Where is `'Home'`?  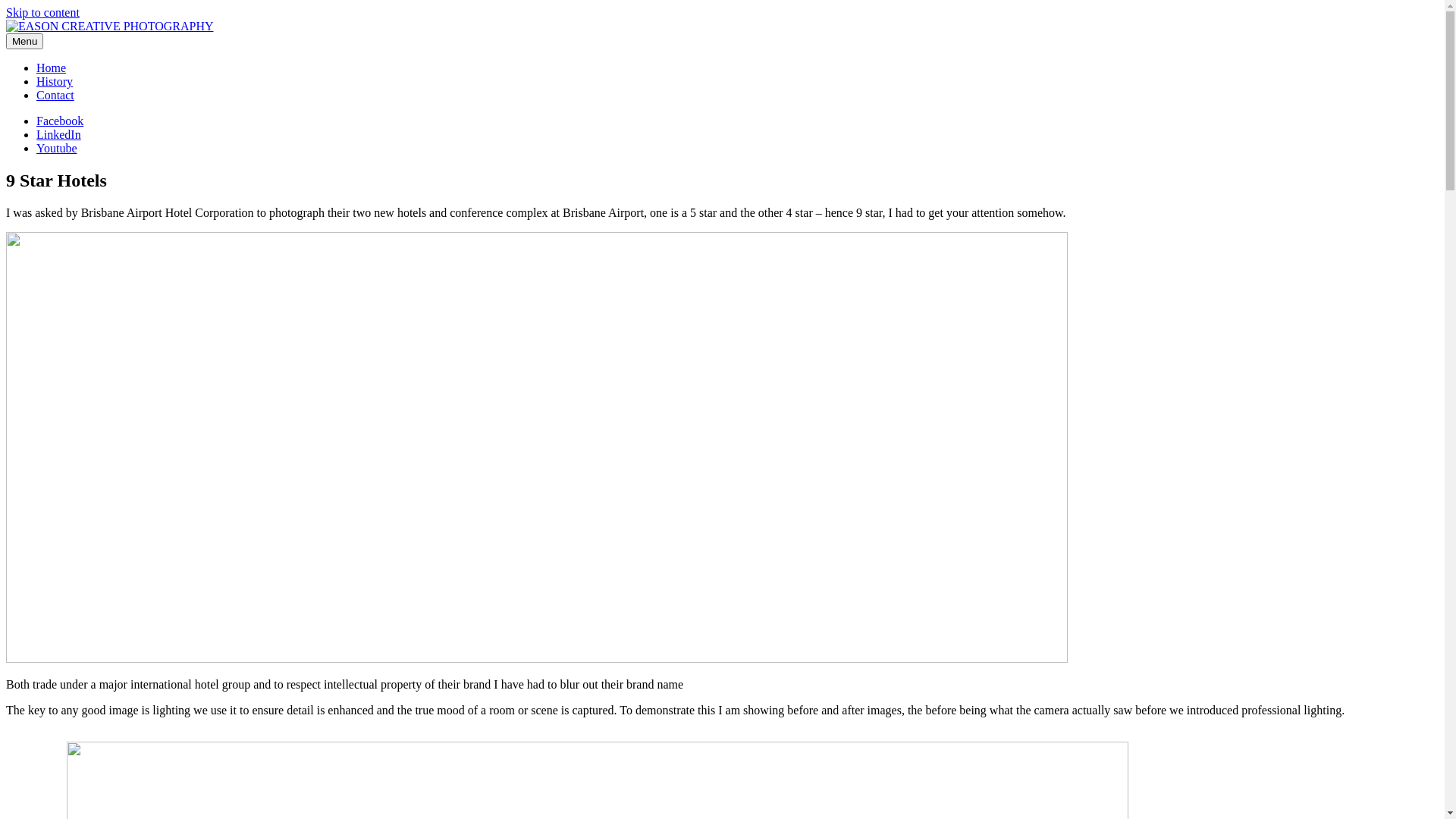 'Home' is located at coordinates (36, 67).